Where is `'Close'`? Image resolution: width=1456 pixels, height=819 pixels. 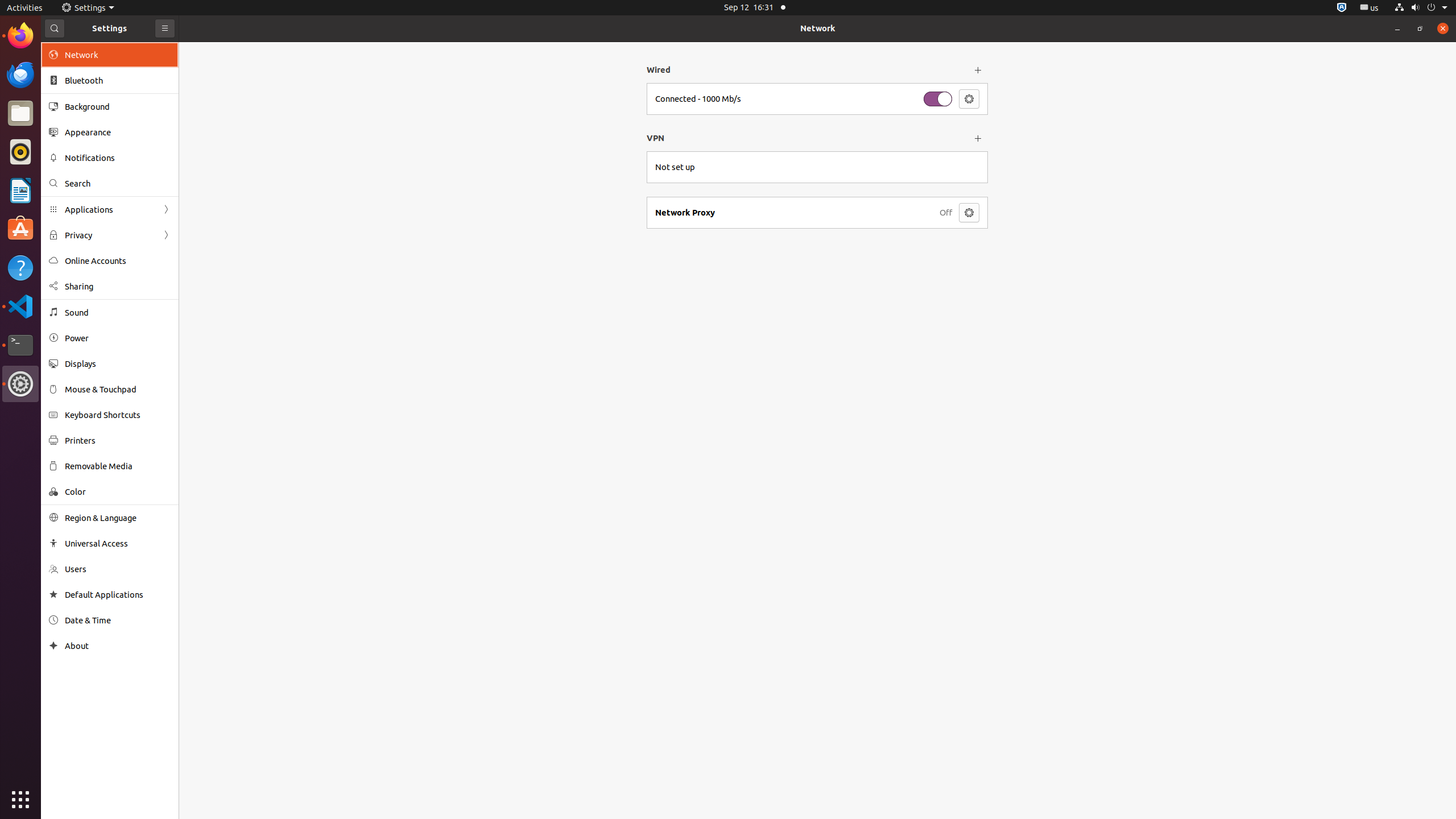 'Close' is located at coordinates (1442, 28).